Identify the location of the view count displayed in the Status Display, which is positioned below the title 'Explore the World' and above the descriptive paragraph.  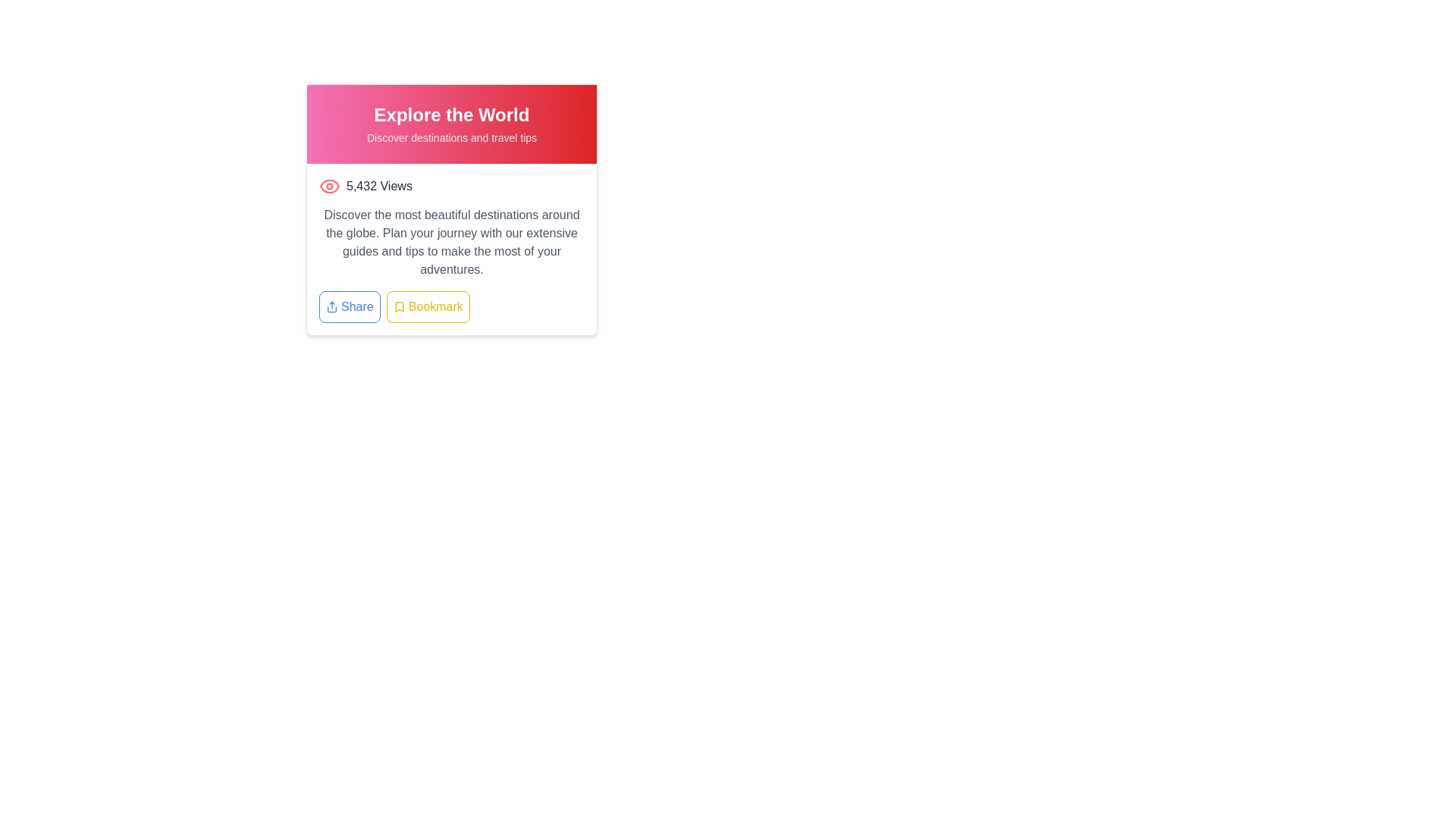
(450, 186).